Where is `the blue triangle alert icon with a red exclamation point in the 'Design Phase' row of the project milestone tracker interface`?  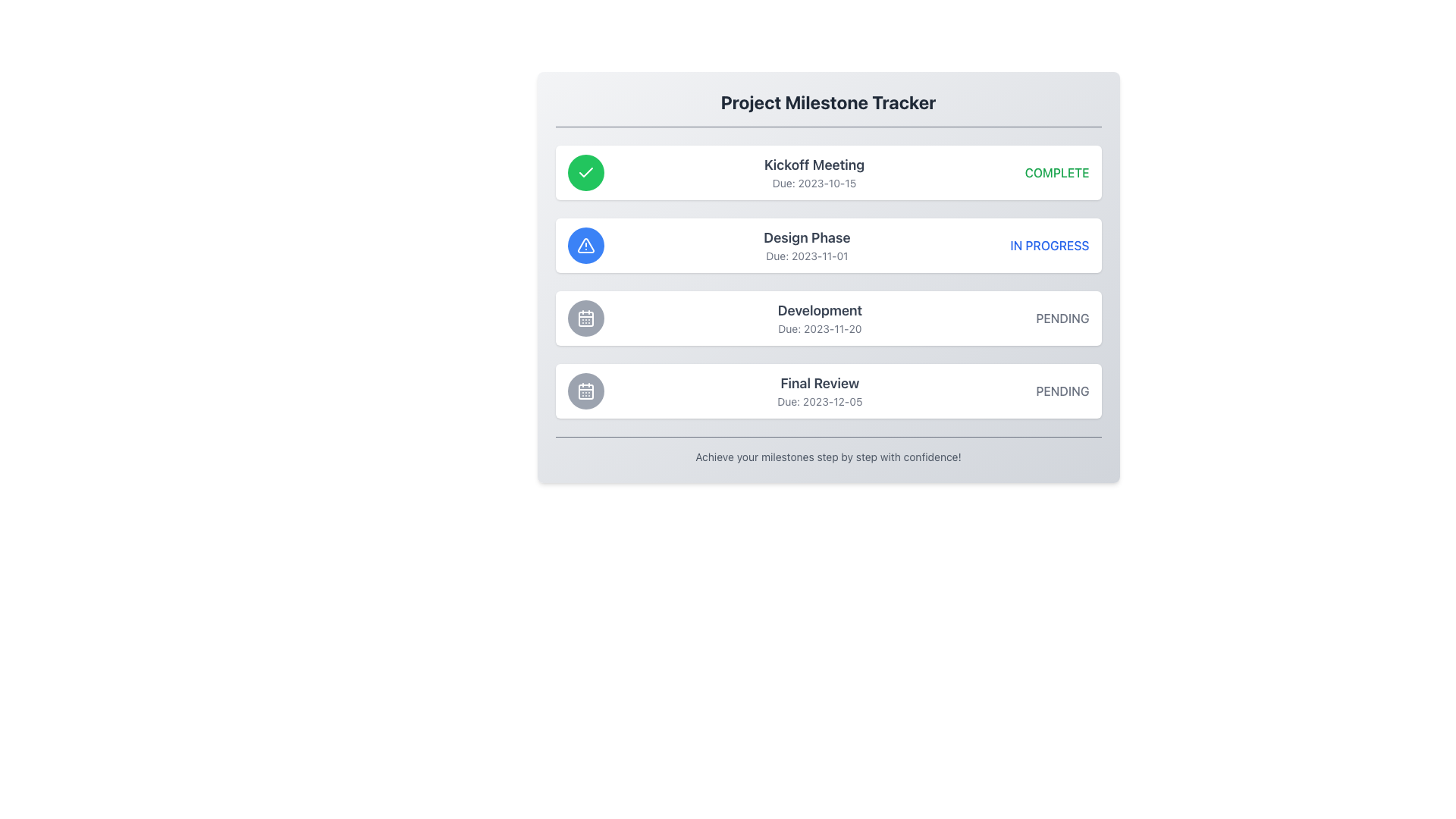 the blue triangle alert icon with a red exclamation point in the 'Design Phase' row of the project milestone tracker interface is located at coordinates (585, 245).